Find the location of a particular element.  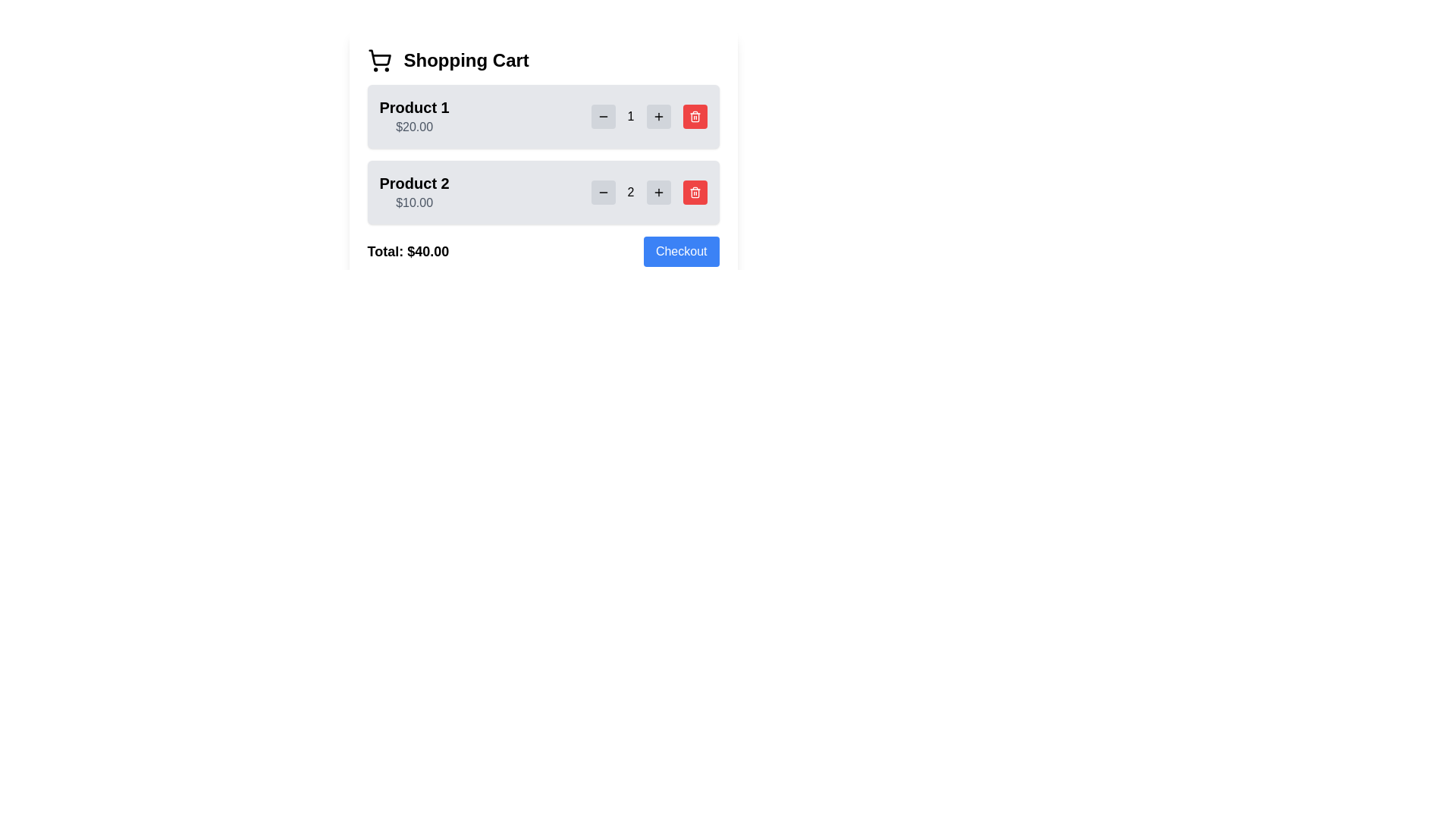

product information displayed in the Text block, which shows 'Product 1' in a bold font and the price '$20.00' below it is located at coordinates (414, 116).